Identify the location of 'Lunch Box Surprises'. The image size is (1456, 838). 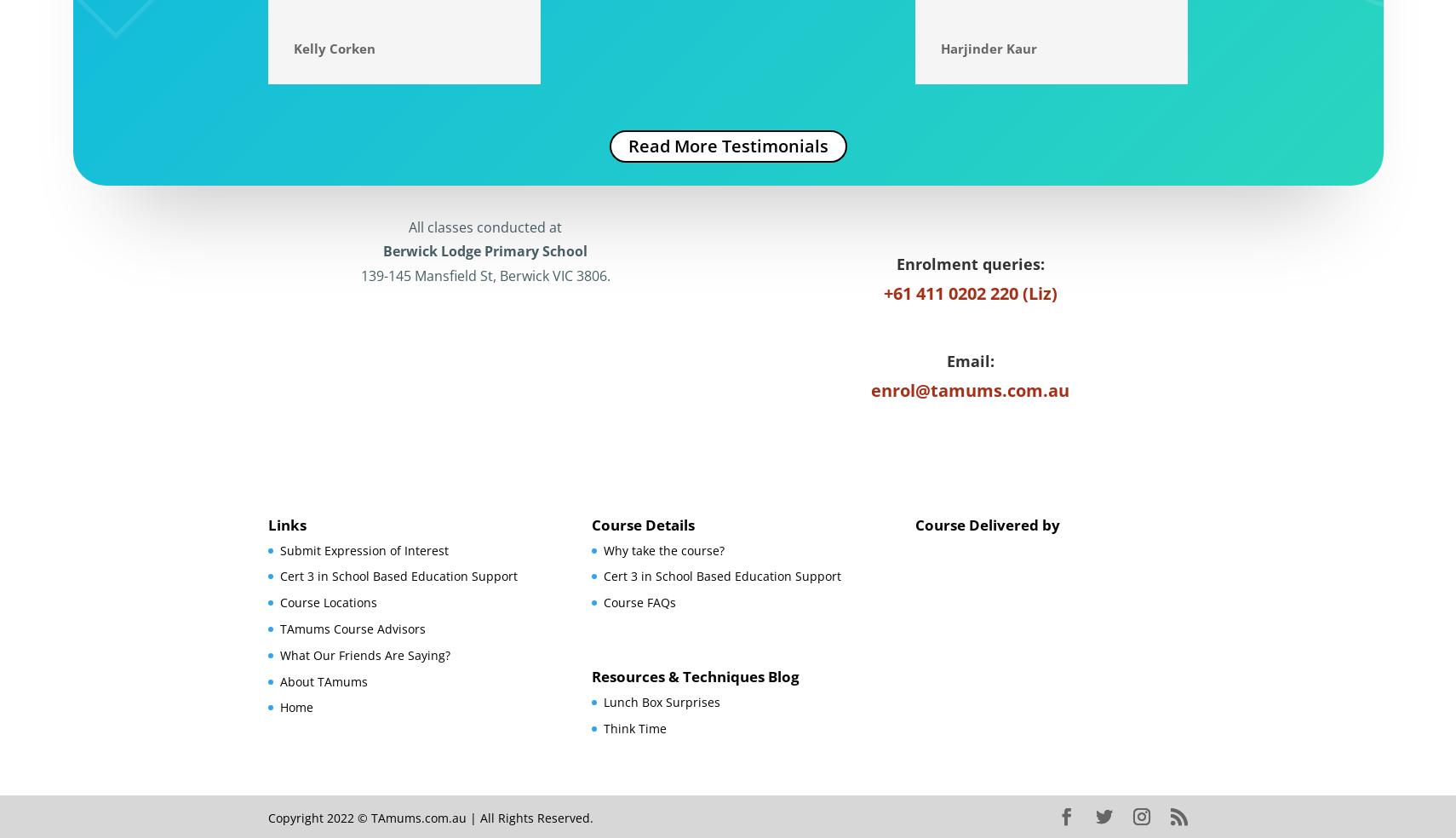
(661, 701).